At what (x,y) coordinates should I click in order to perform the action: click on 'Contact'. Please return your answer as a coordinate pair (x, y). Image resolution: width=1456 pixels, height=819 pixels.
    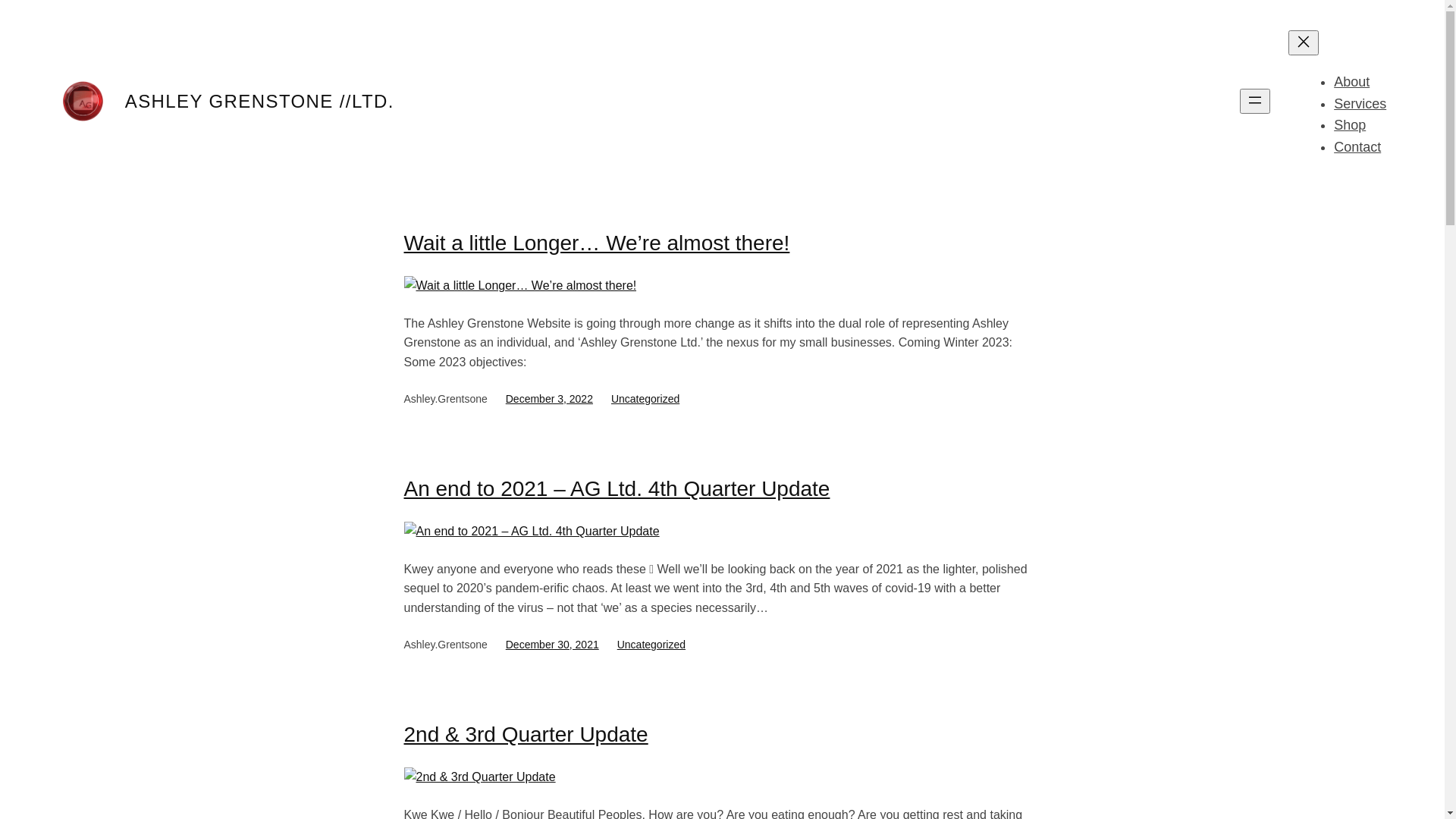
    Looking at the image, I should click on (1357, 146).